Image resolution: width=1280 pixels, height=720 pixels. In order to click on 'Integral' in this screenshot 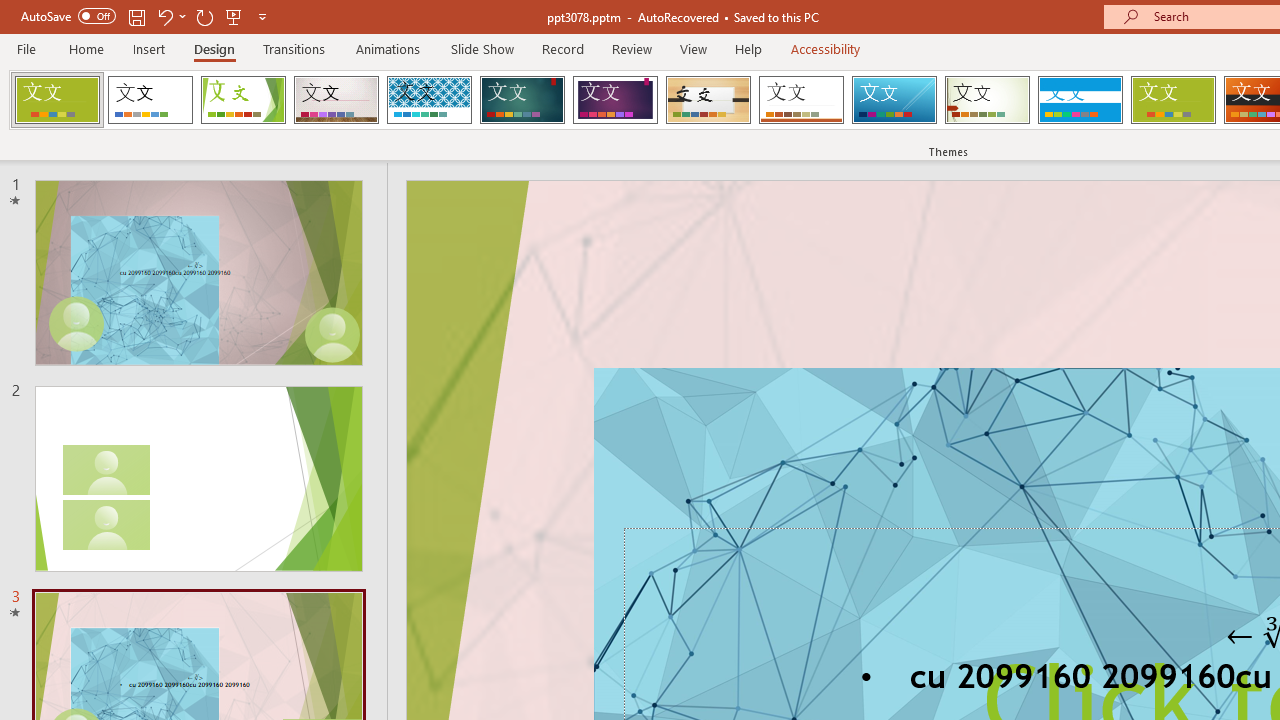, I will do `click(428, 100)`.